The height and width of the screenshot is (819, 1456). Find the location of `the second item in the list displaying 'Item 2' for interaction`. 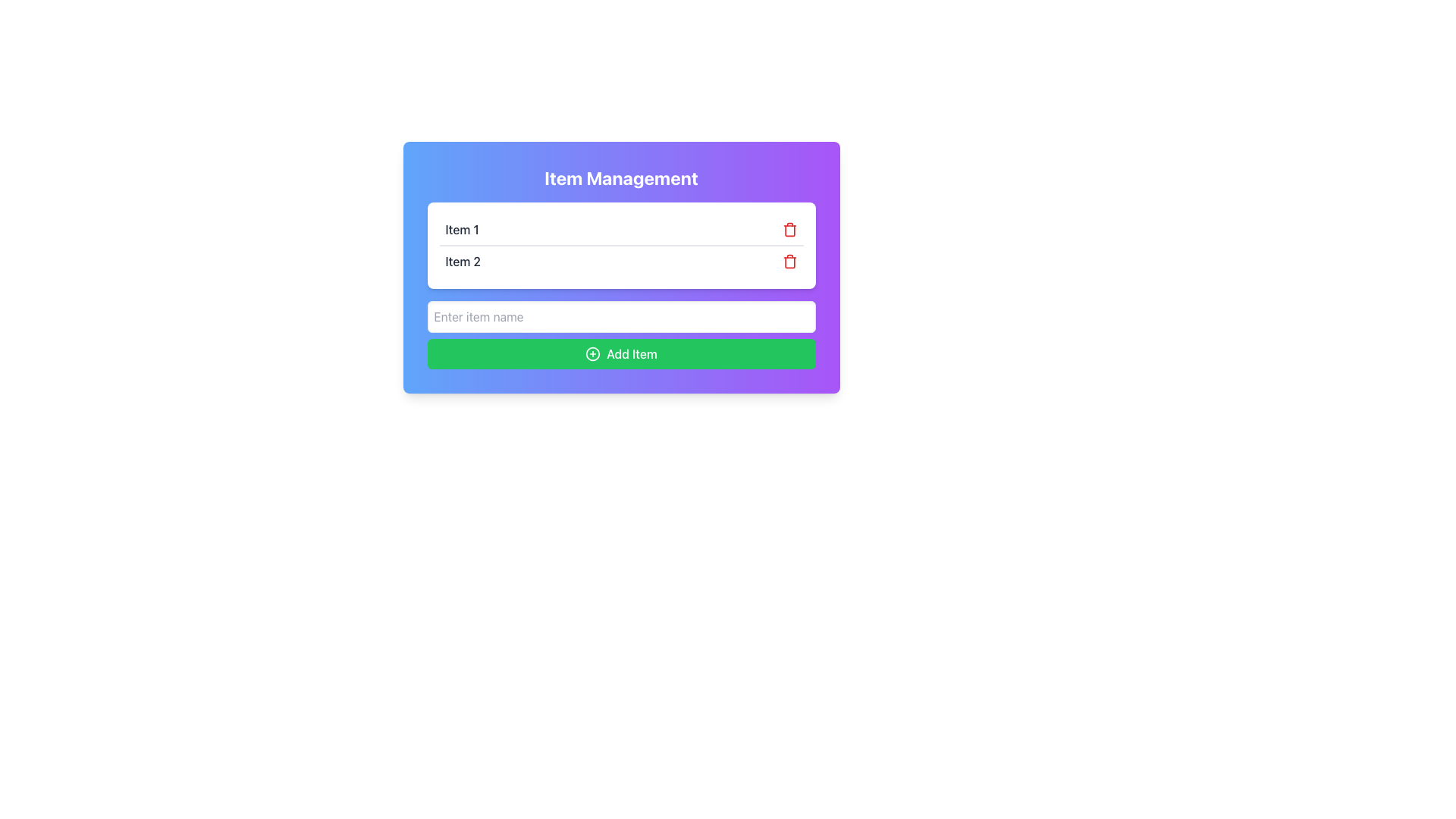

the second item in the list displaying 'Item 2' for interaction is located at coordinates (621, 259).